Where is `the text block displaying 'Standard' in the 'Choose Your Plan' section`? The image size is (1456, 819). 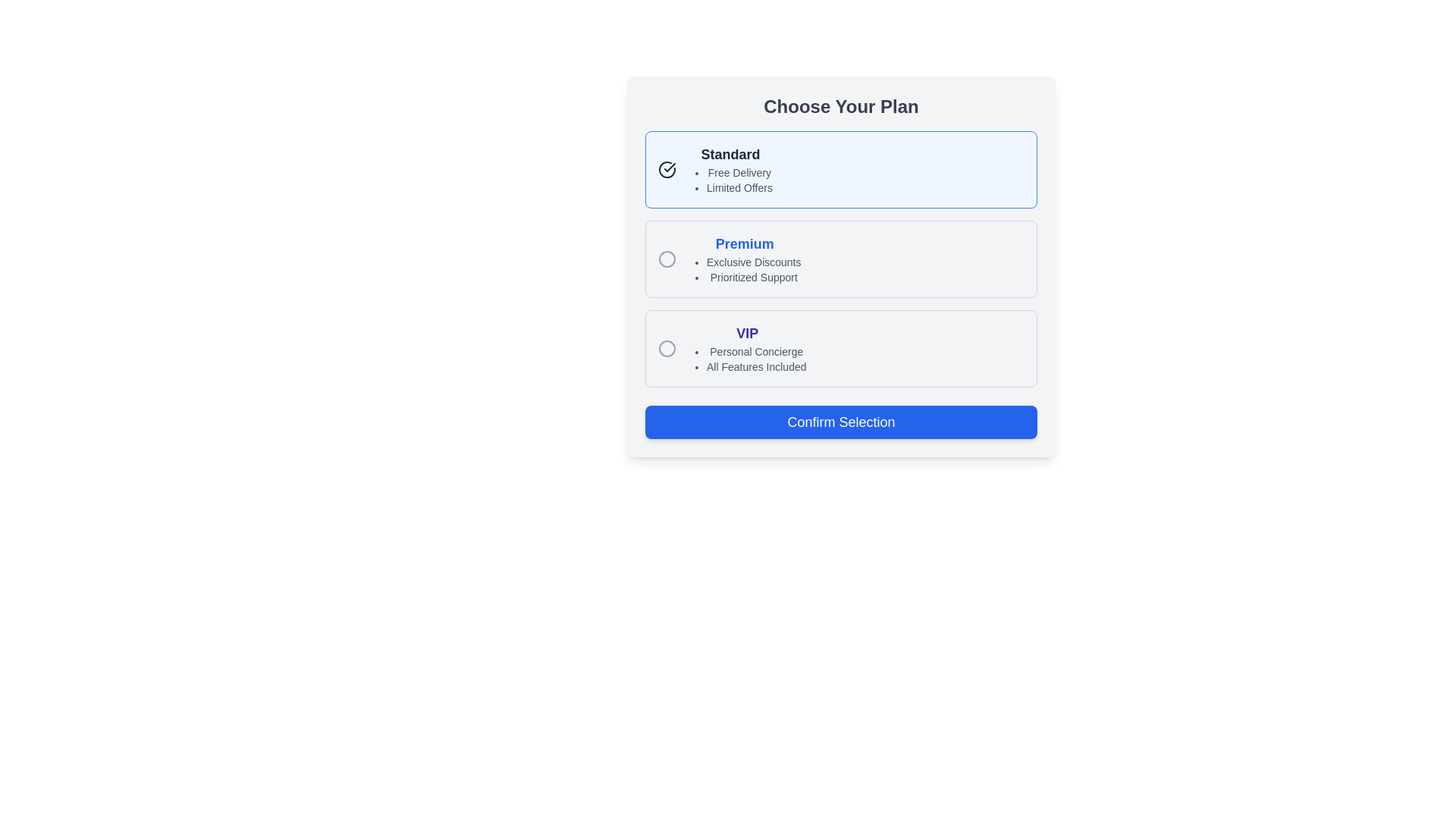
the text block displaying 'Standard' in the 'Choose Your Plan' section is located at coordinates (730, 169).